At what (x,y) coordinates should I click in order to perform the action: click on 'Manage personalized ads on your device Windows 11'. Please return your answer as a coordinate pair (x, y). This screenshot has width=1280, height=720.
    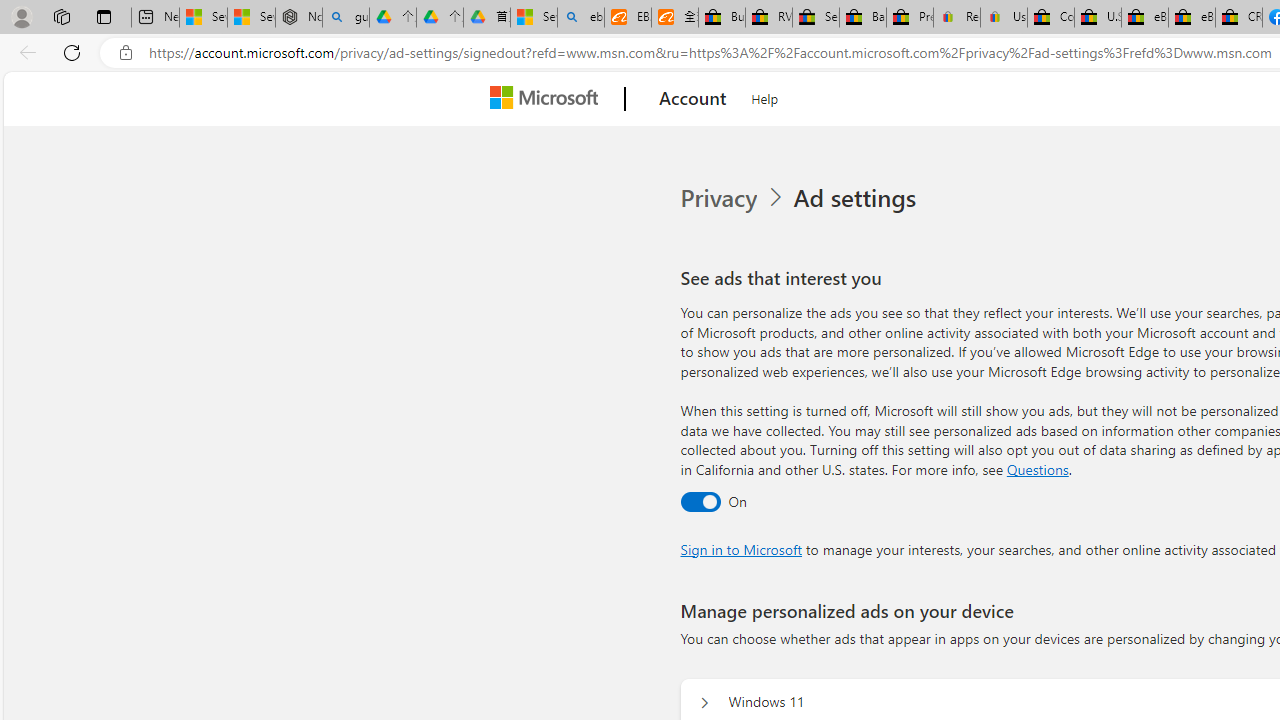
    Looking at the image, I should click on (704, 702).